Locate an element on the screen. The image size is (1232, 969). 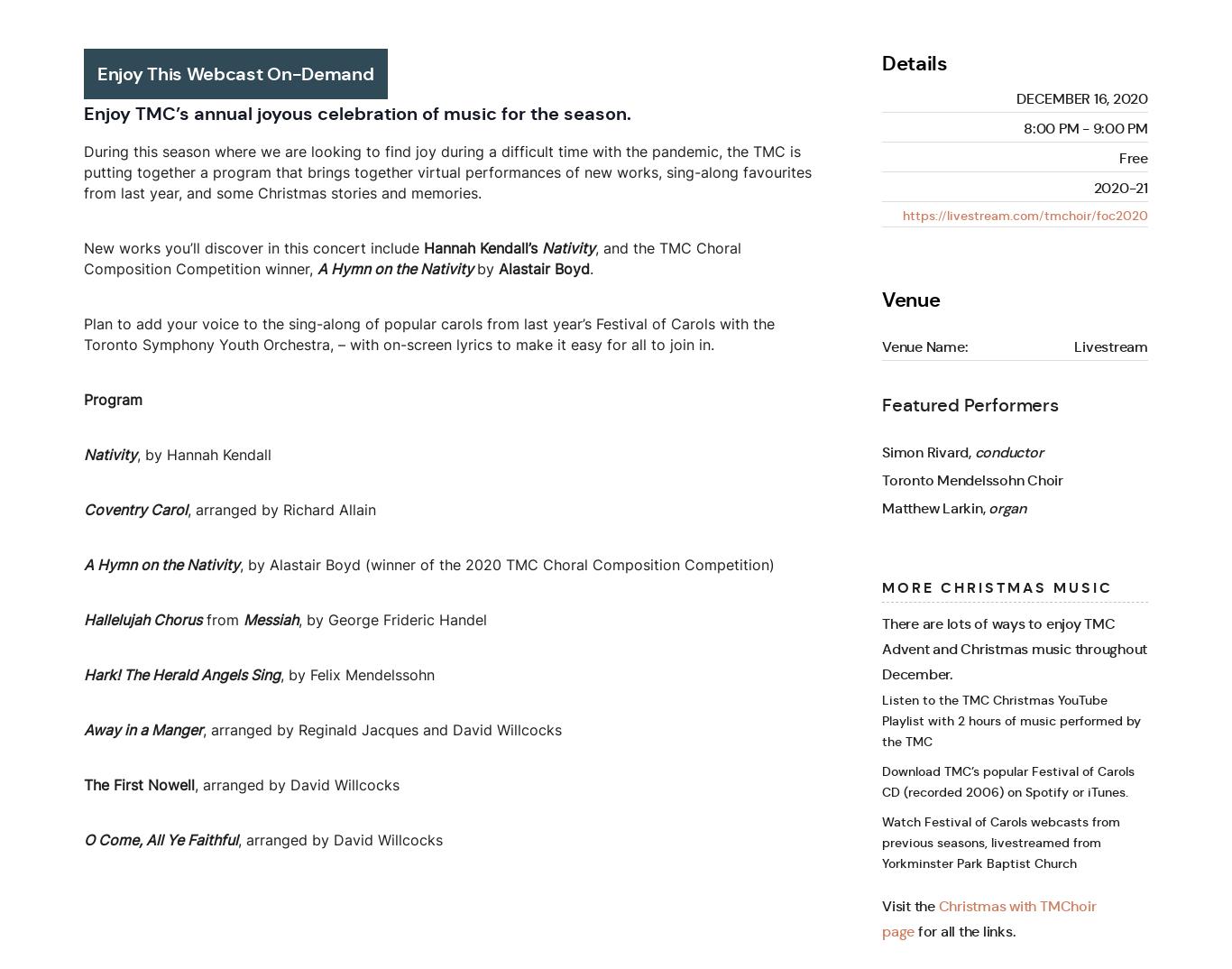
'Away in a Manger' is located at coordinates (142, 728).